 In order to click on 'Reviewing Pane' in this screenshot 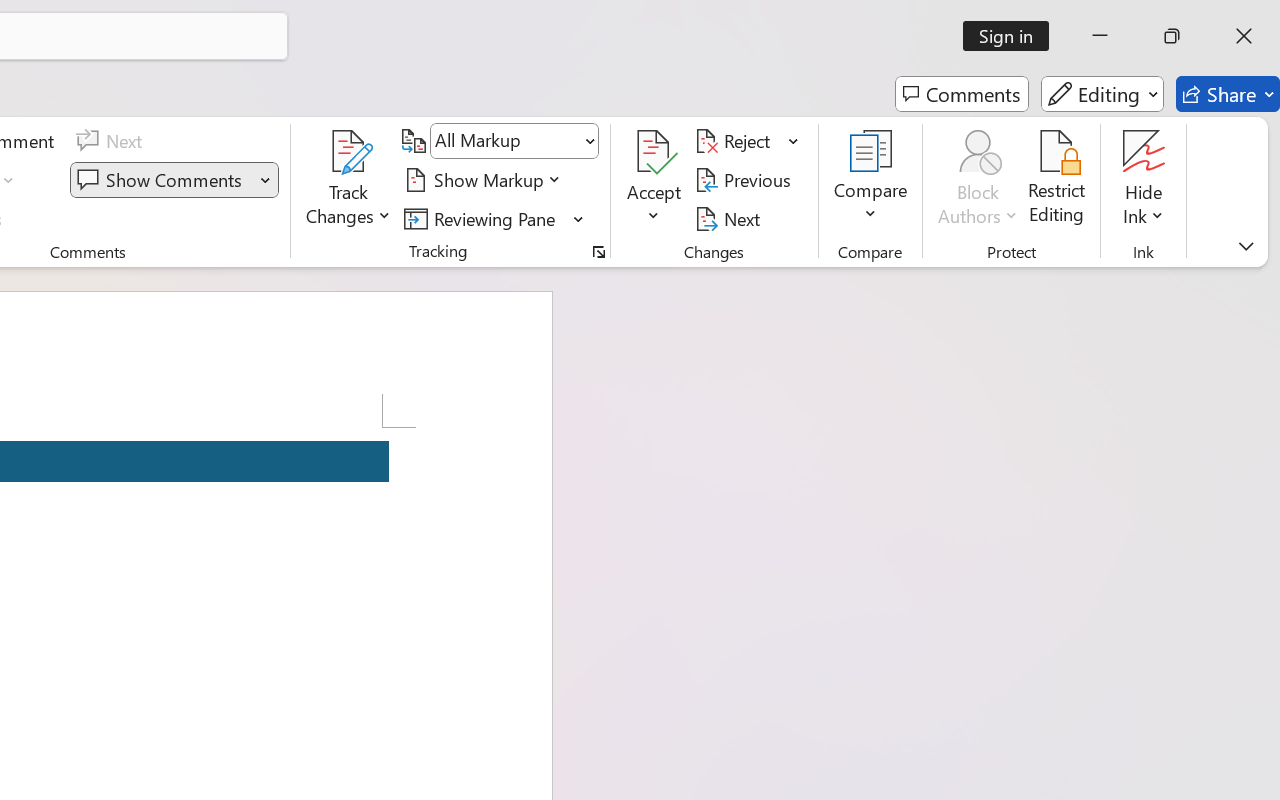, I will do `click(483, 218)`.